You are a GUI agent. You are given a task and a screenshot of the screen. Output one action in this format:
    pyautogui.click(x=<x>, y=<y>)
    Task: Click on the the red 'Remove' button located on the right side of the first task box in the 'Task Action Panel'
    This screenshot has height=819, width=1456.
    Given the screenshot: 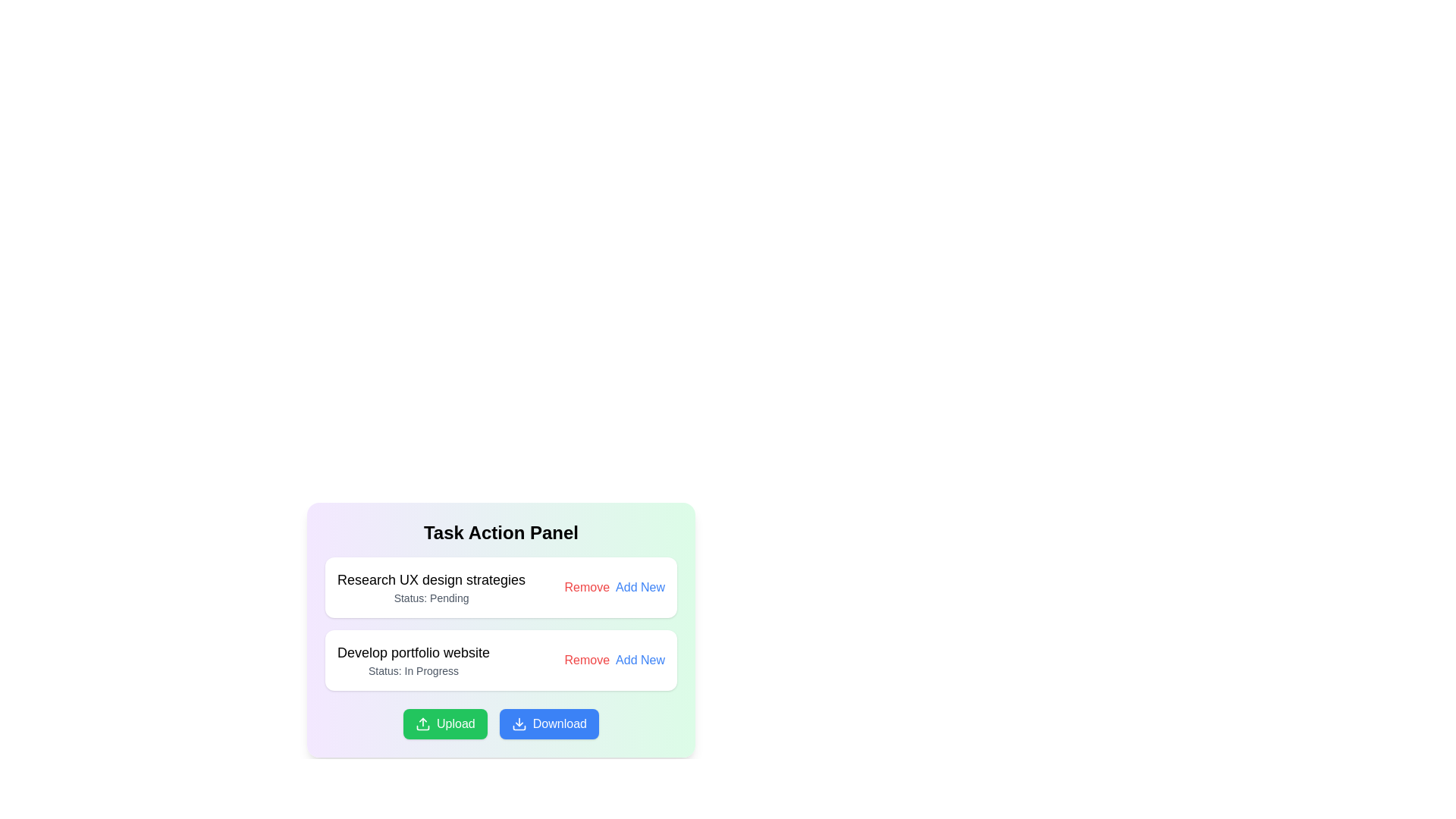 What is the action you would take?
    pyautogui.click(x=586, y=587)
    